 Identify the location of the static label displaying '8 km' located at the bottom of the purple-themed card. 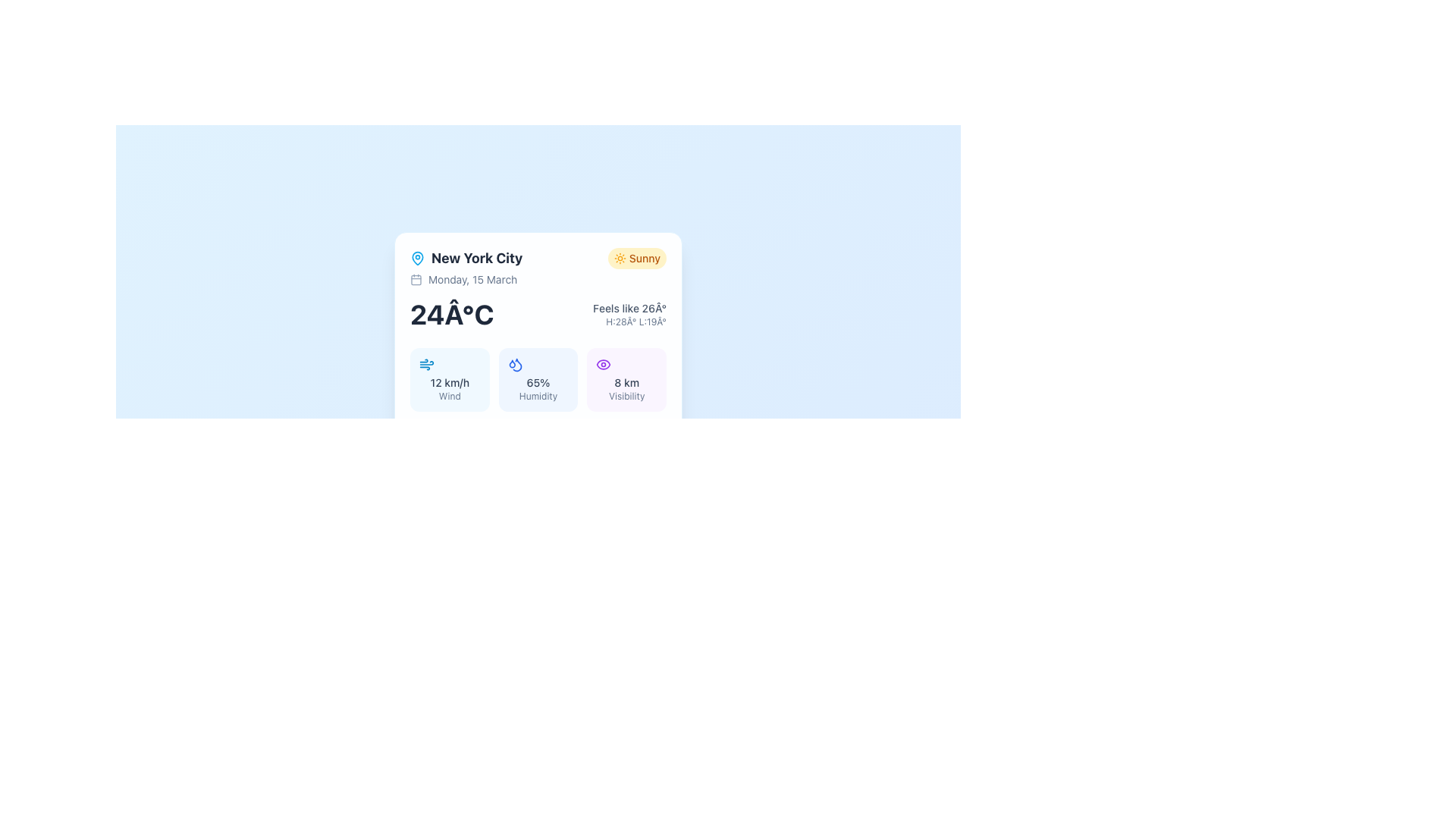
(626, 382).